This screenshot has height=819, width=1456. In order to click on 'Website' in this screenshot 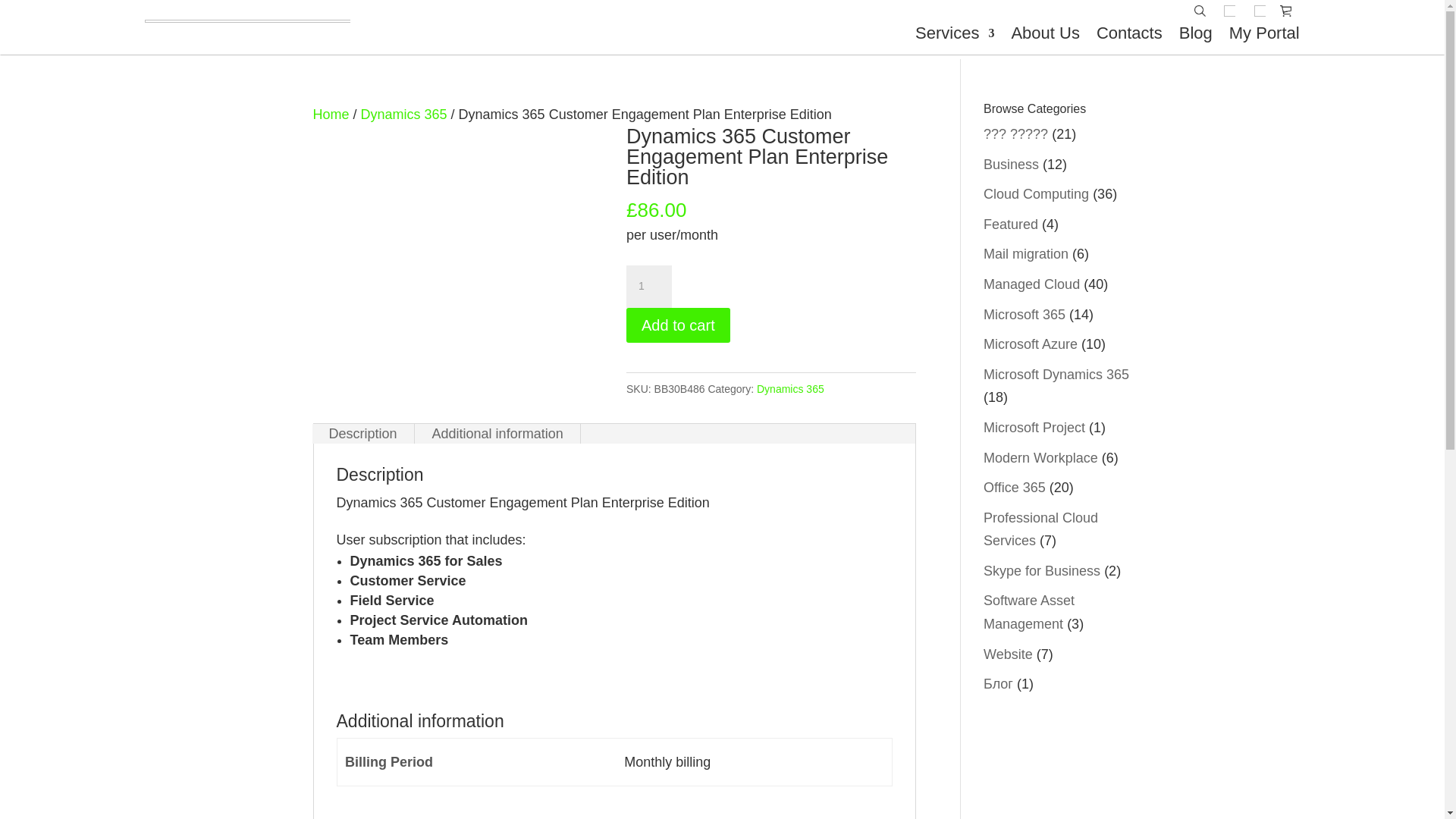, I will do `click(1008, 654)`.